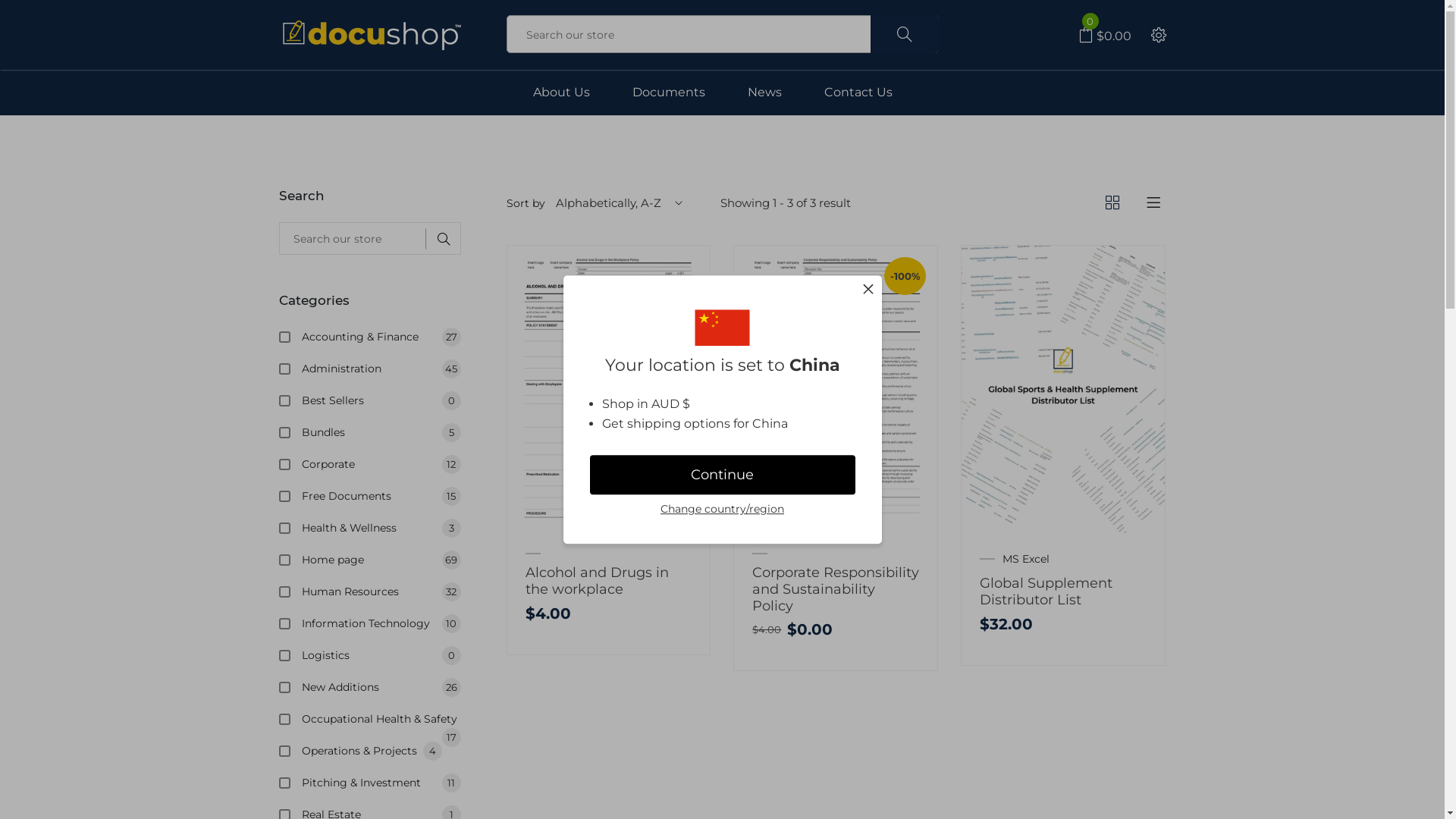  What do you see at coordinates (381, 496) in the screenshot?
I see `'Free Documents` at bounding box center [381, 496].